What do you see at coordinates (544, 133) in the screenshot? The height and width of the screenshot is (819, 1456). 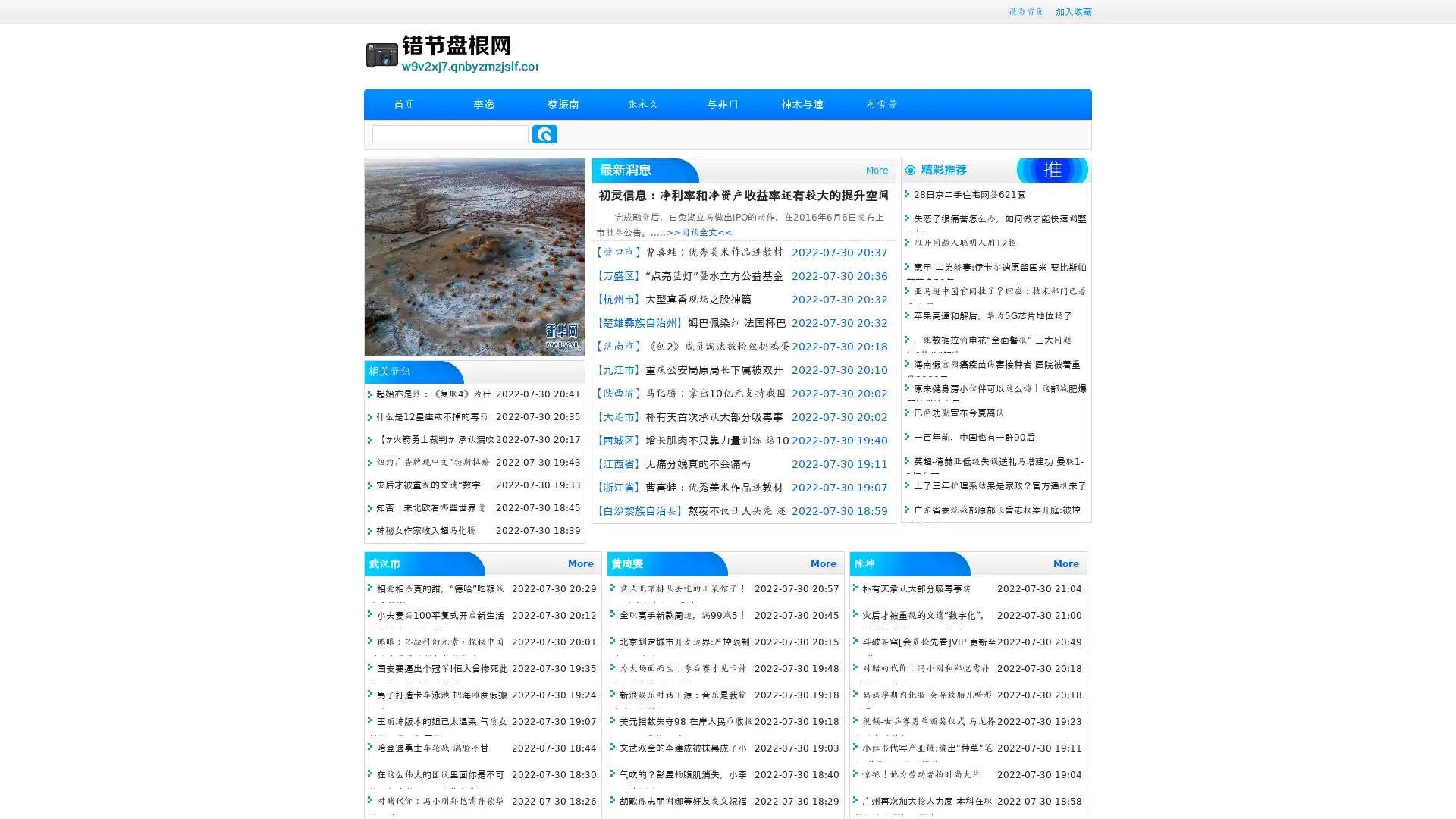 I see `Search` at bounding box center [544, 133].